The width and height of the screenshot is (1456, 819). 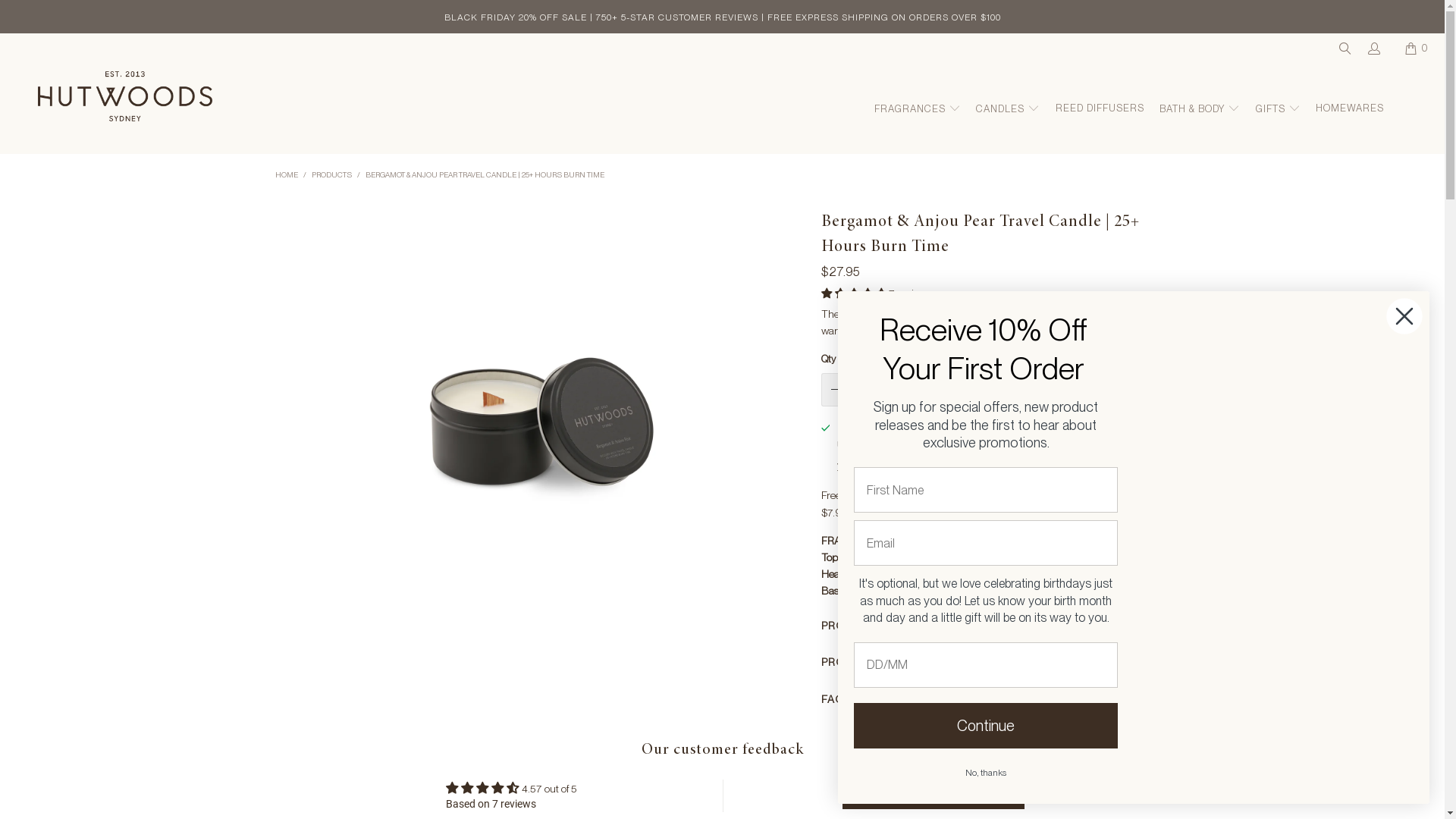 What do you see at coordinates (999, 388) in the screenshot?
I see `'ADD TO CART'` at bounding box center [999, 388].